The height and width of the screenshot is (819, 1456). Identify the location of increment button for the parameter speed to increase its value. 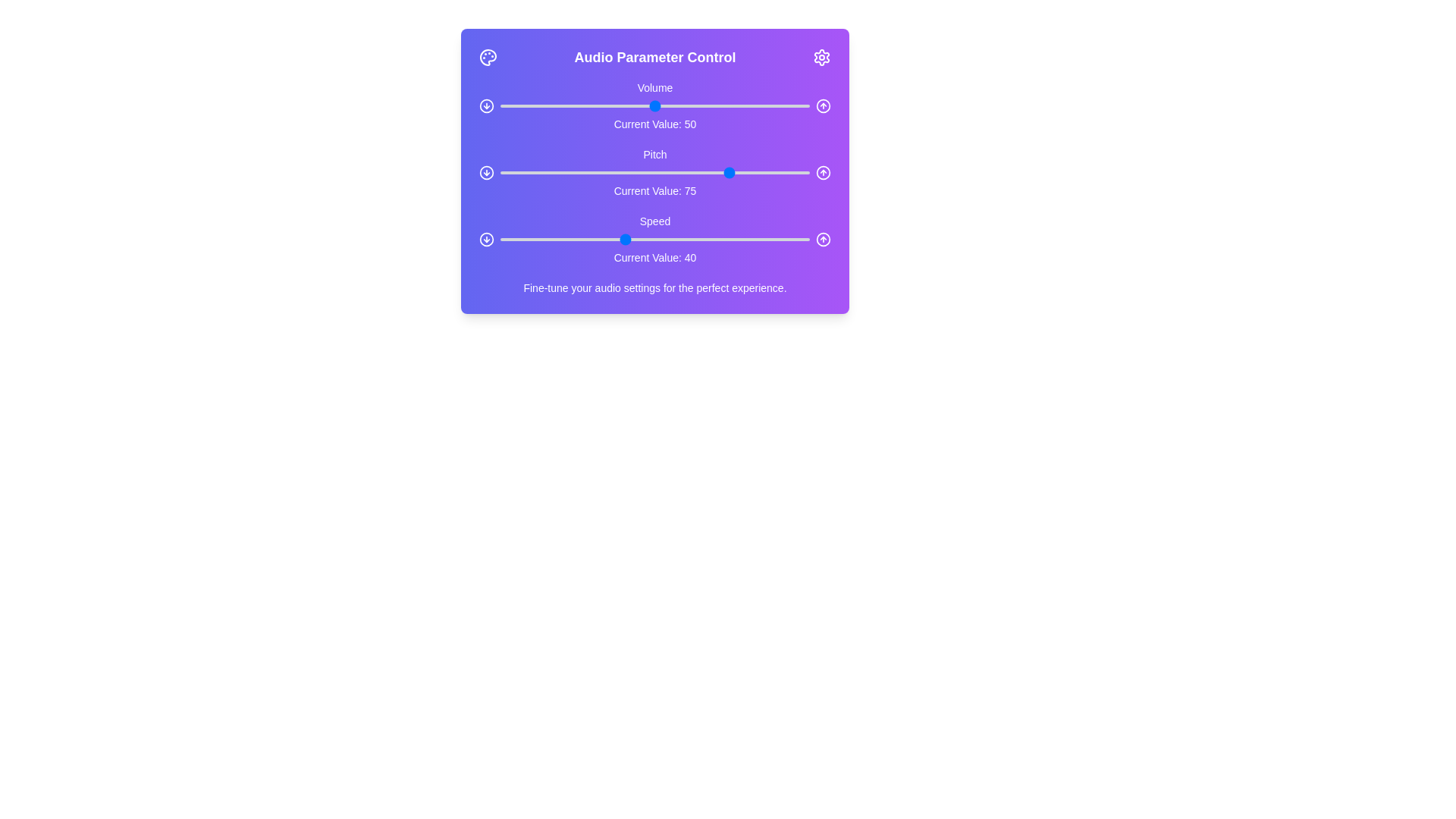
(822, 239).